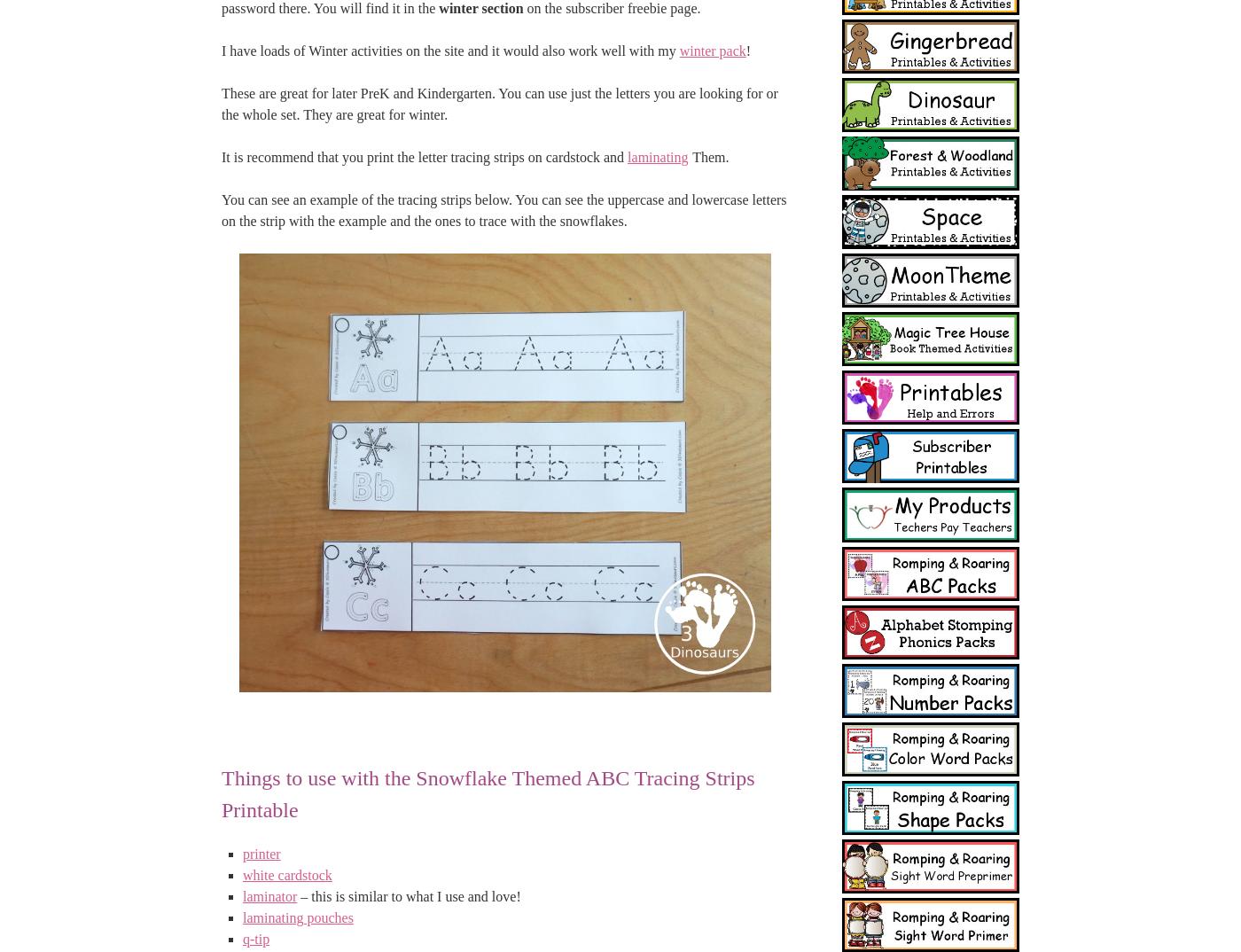 This screenshot has height=952, width=1241. What do you see at coordinates (242, 895) in the screenshot?
I see `'laminator'` at bounding box center [242, 895].